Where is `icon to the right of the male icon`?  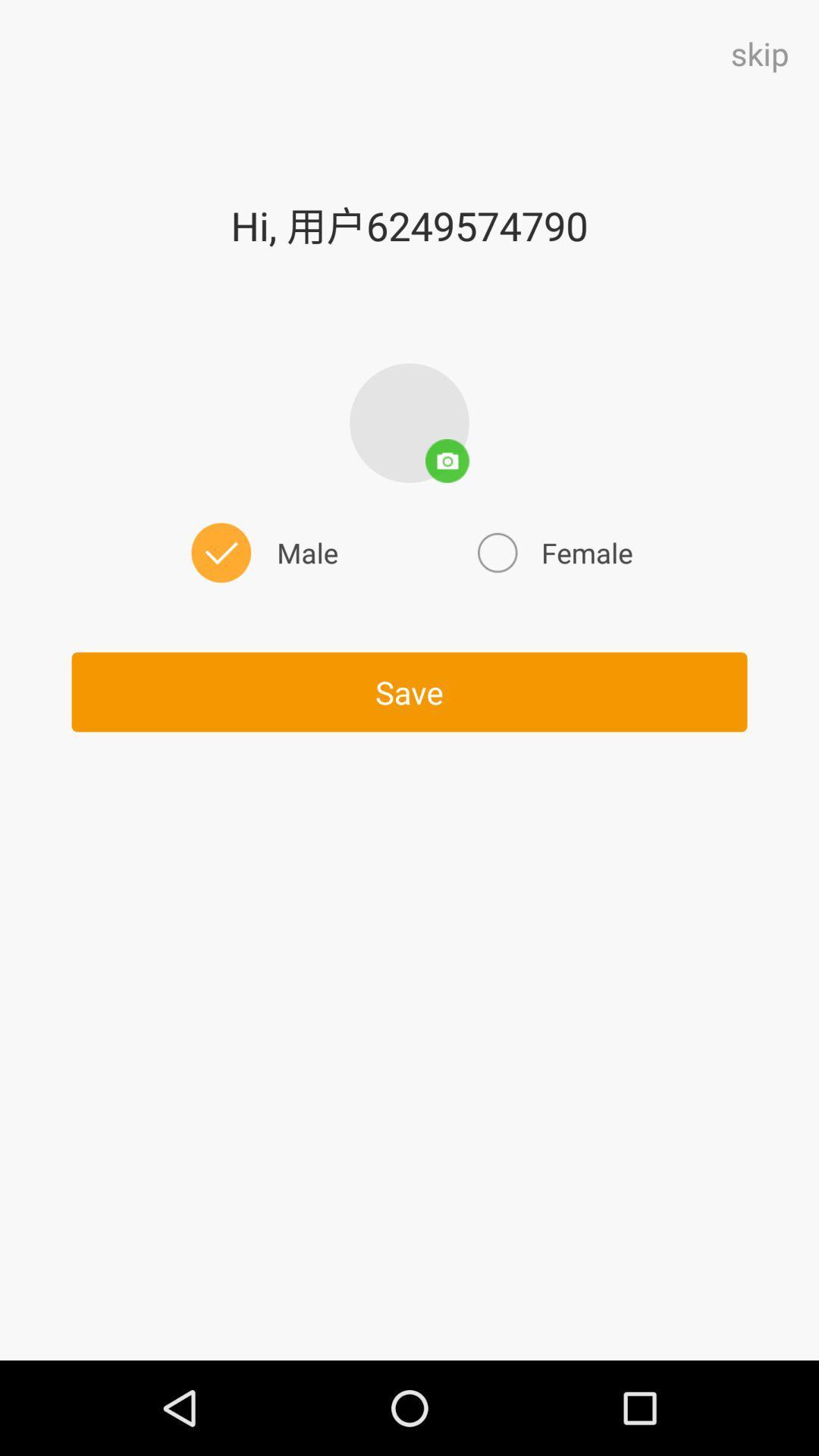 icon to the right of the male icon is located at coordinates (553, 552).